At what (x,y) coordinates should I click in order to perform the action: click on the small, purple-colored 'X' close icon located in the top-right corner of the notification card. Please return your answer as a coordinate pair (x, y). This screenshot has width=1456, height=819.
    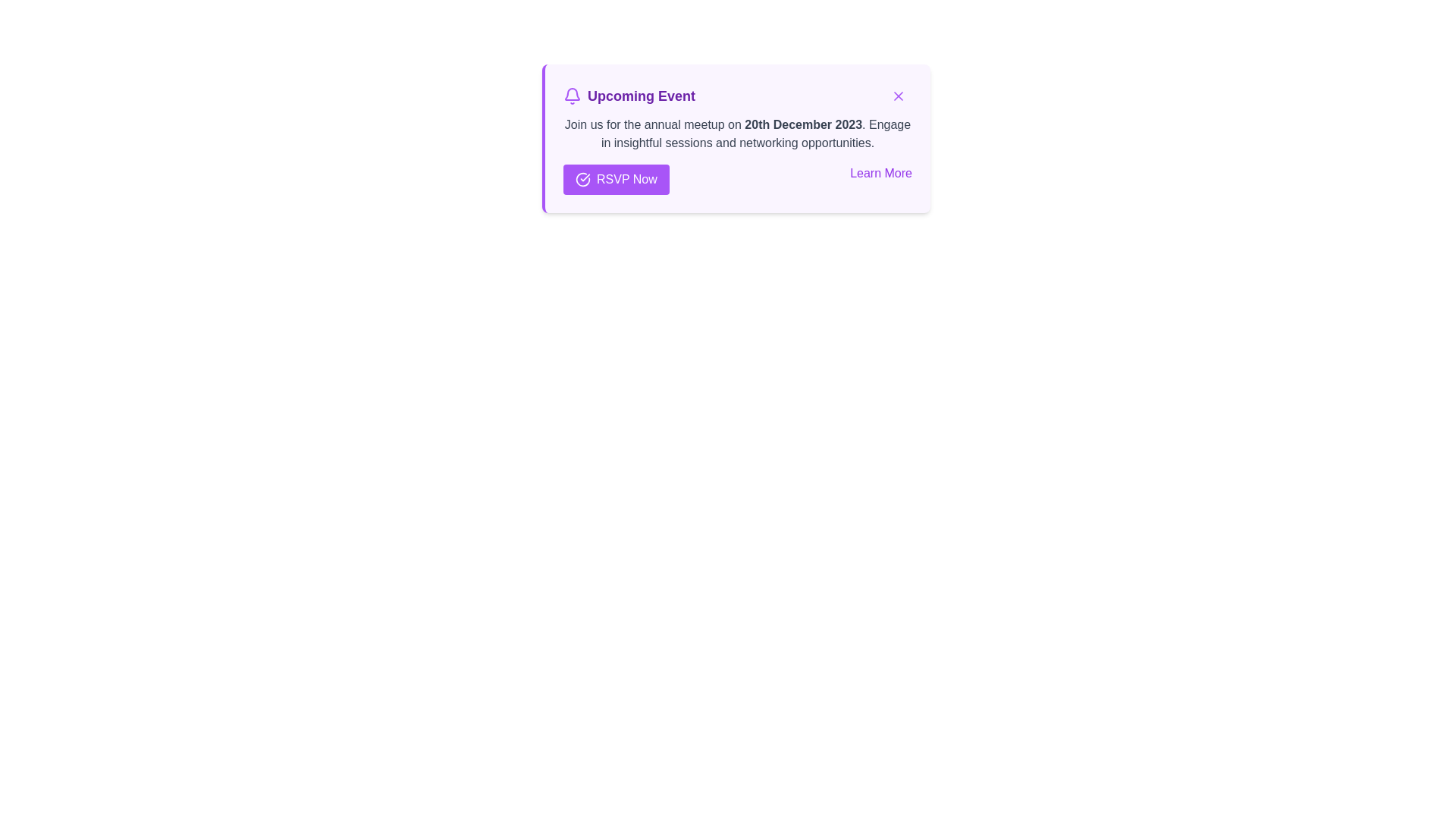
    Looking at the image, I should click on (899, 96).